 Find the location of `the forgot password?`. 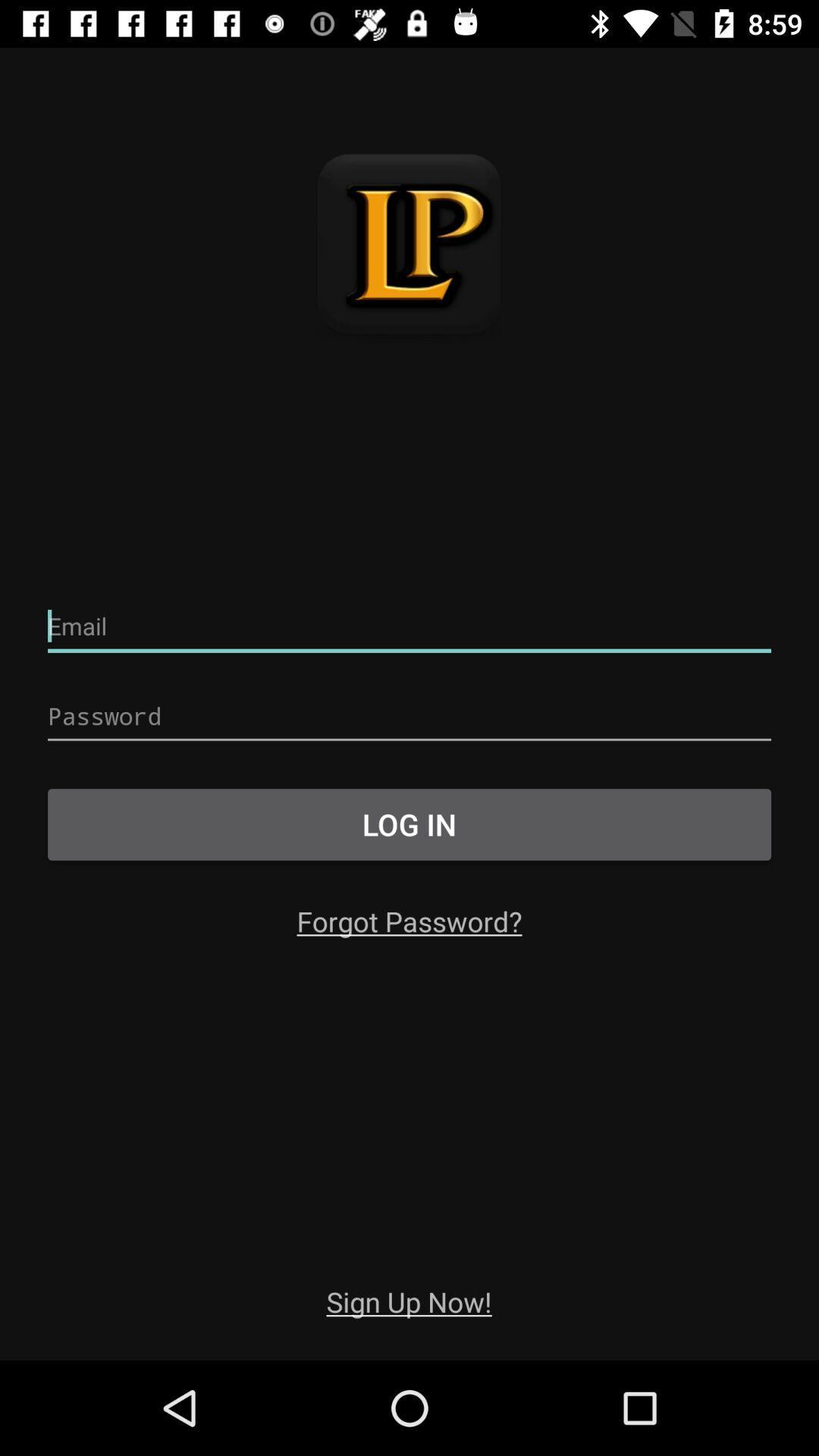

the forgot password? is located at coordinates (409, 920).